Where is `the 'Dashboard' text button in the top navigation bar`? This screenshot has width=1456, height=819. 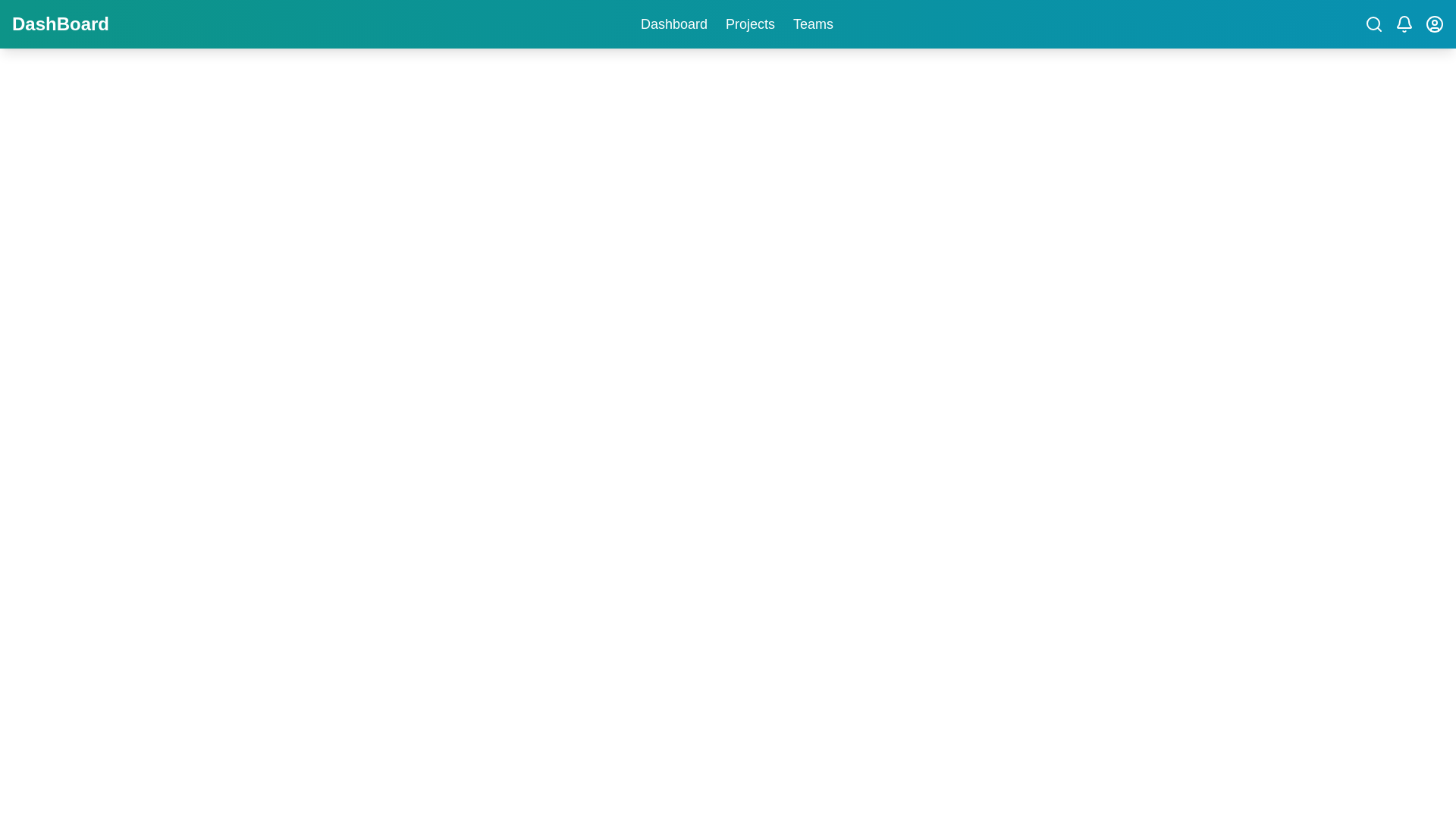 the 'Dashboard' text button in the top navigation bar is located at coordinates (673, 24).